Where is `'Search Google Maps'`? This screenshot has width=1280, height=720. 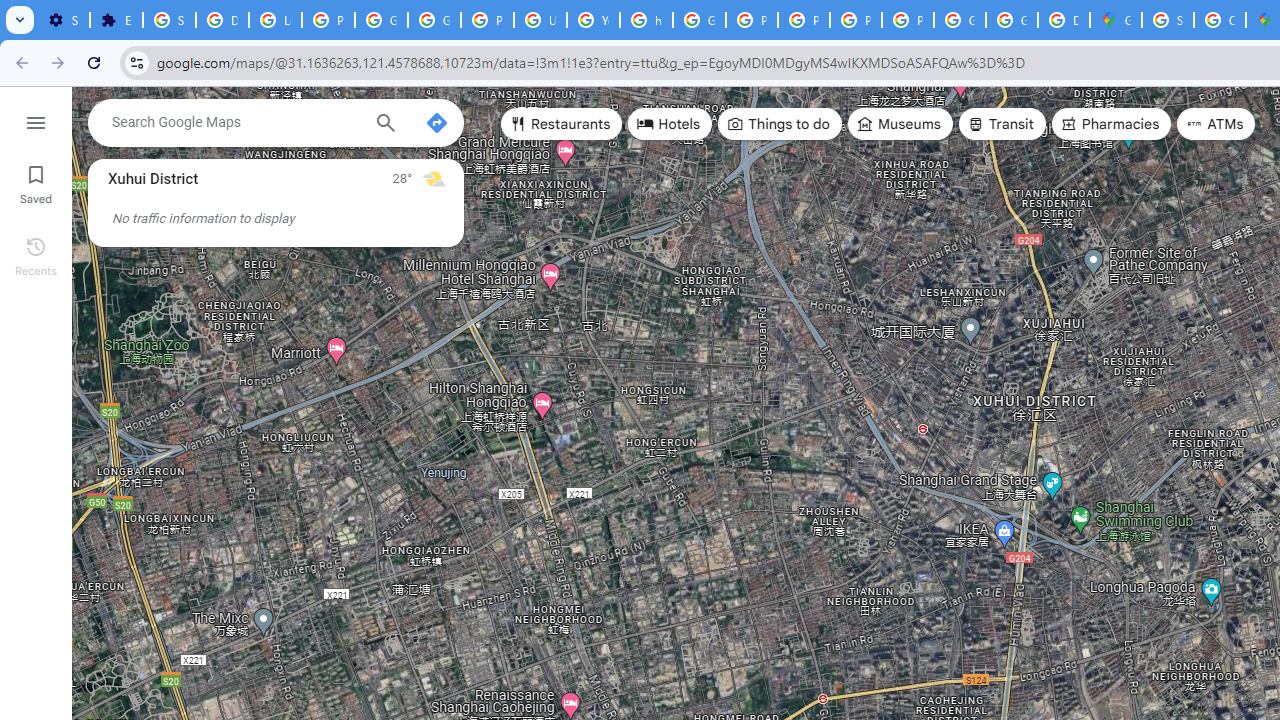 'Search Google Maps' is located at coordinates (235, 122).